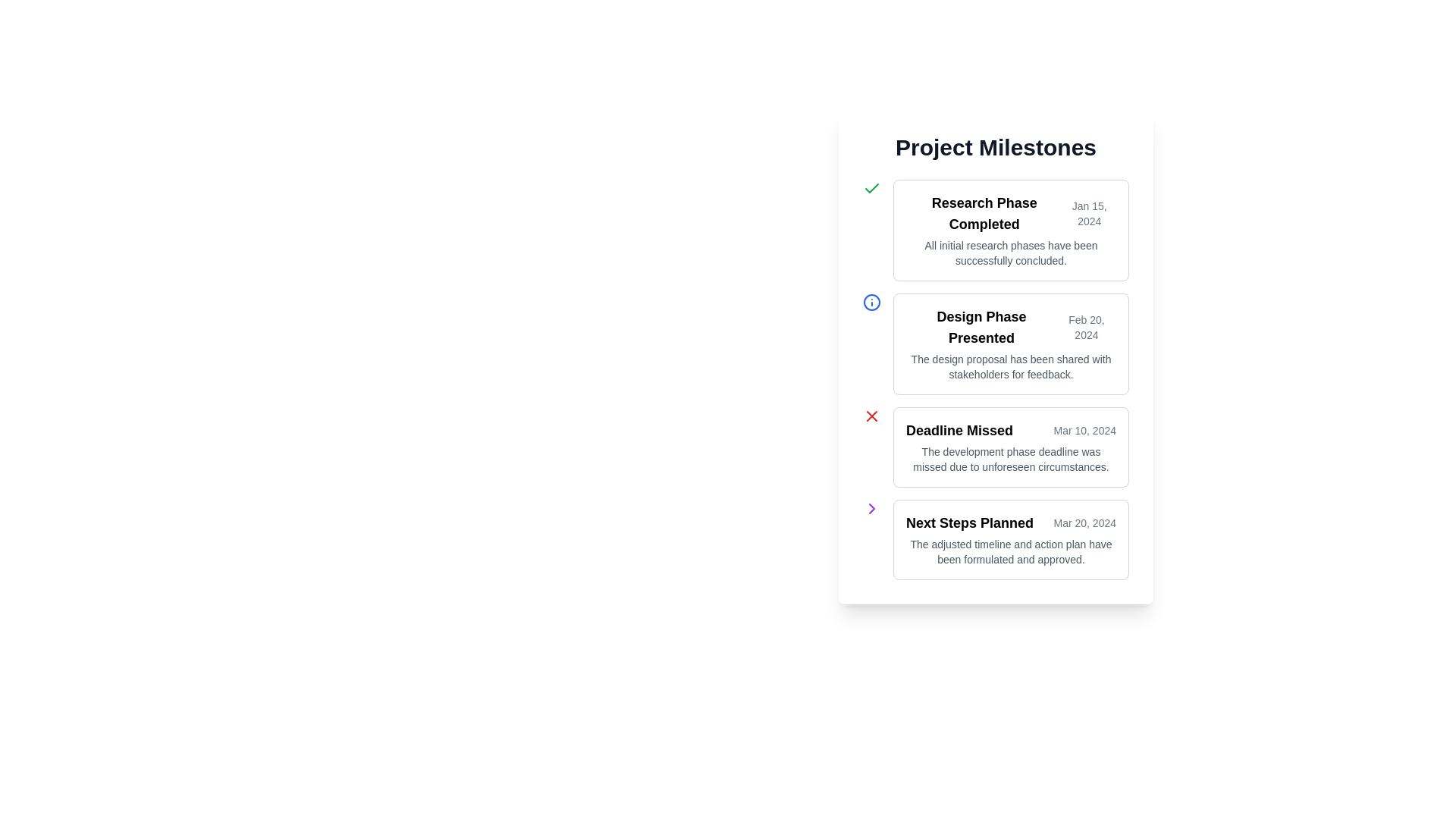 Image resolution: width=1456 pixels, height=819 pixels. I want to click on information displayed in the Card component titled 'Design Phase Presented', which contains the date 'Feb 20, 2024' and the description 'The design proposal has been shared with stakeholders for feedback.', so click(996, 344).